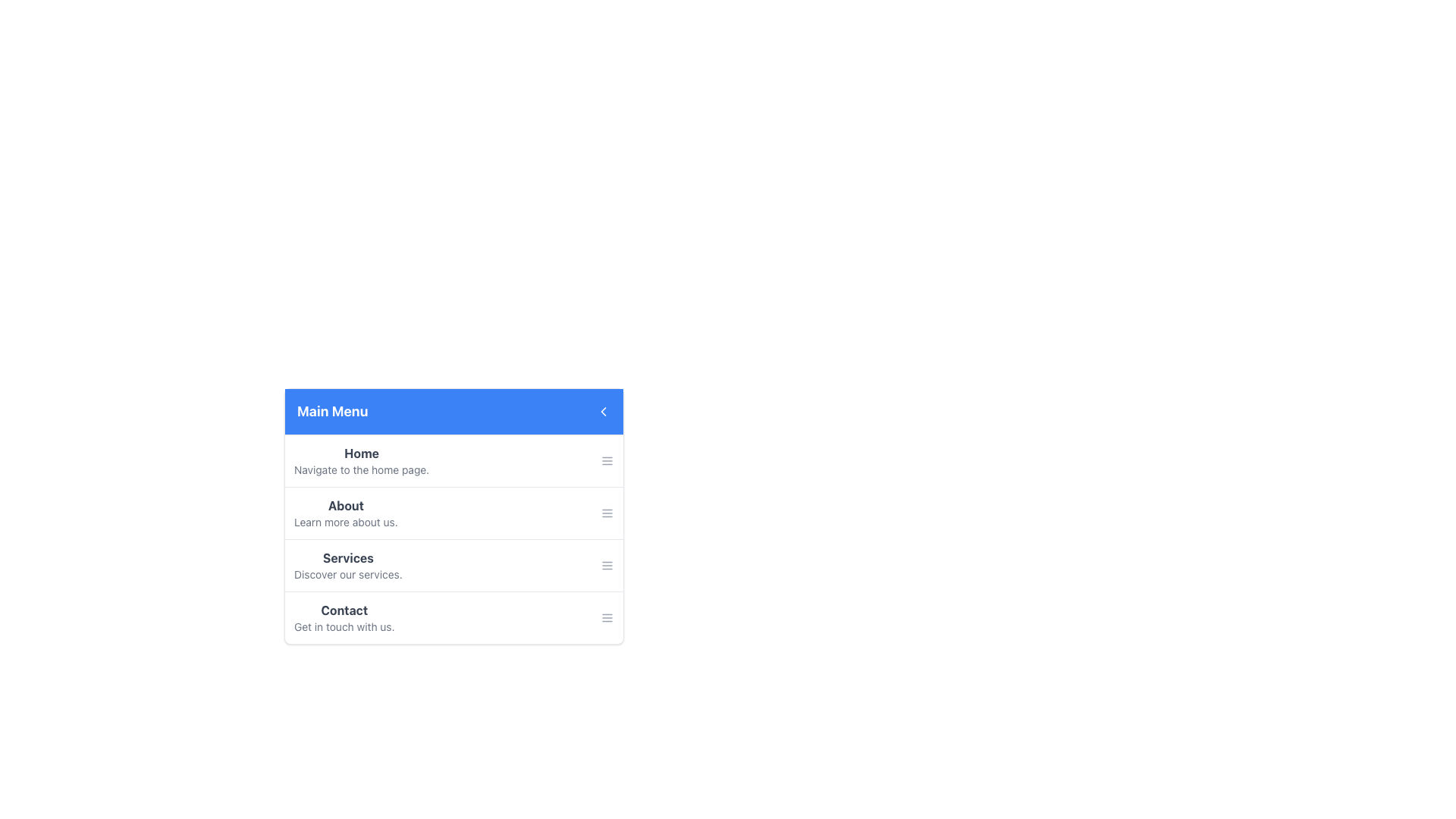 This screenshot has height=819, width=1456. I want to click on text label that says 'Navigate to the home page.' located directly below the 'Home' title in the 'Main Menu' section, so click(361, 469).